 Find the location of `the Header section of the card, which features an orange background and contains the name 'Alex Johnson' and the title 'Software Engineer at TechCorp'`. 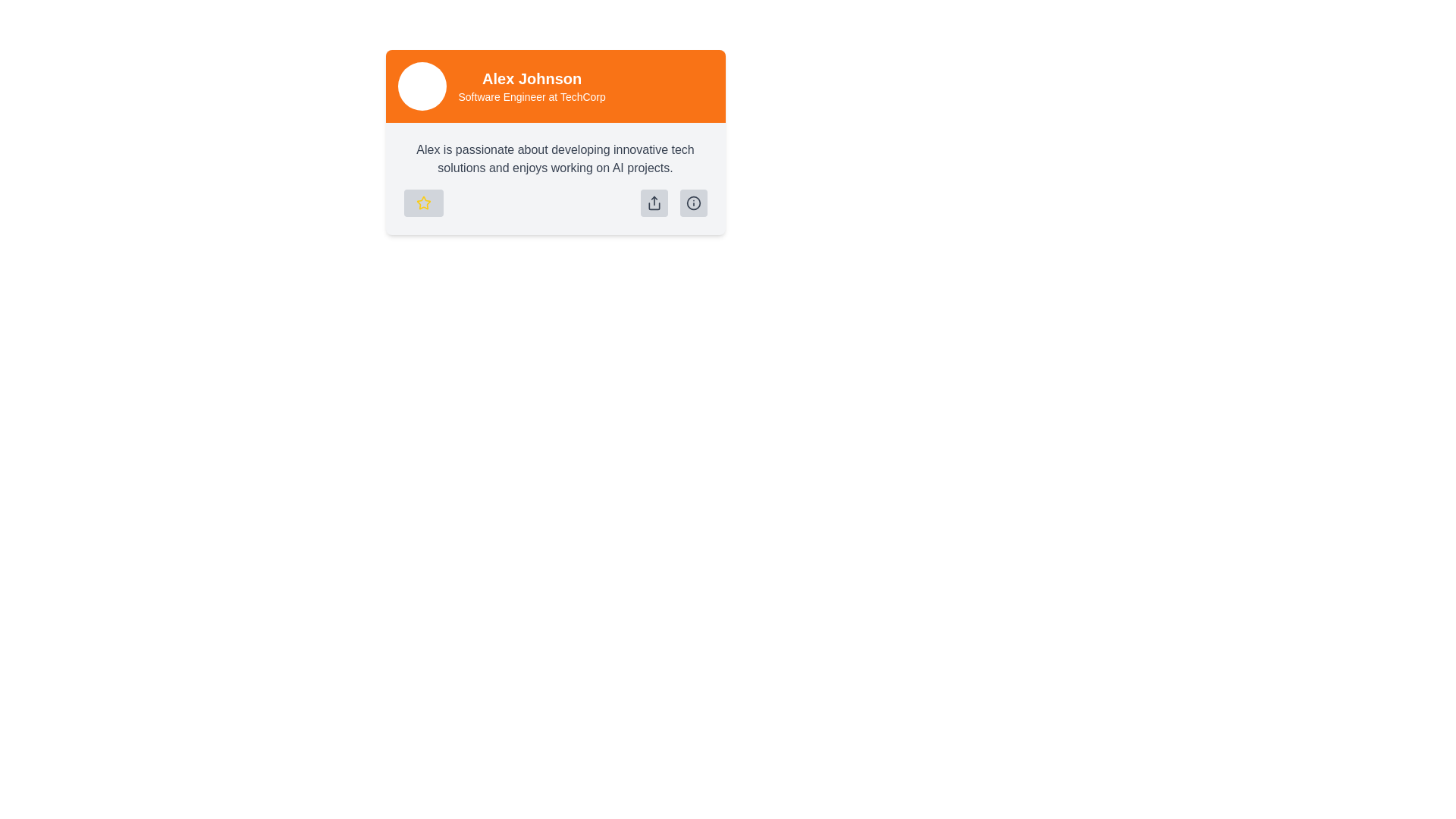

the Header section of the card, which features an orange background and contains the name 'Alex Johnson' and the title 'Software Engineer at TechCorp' is located at coordinates (554, 86).